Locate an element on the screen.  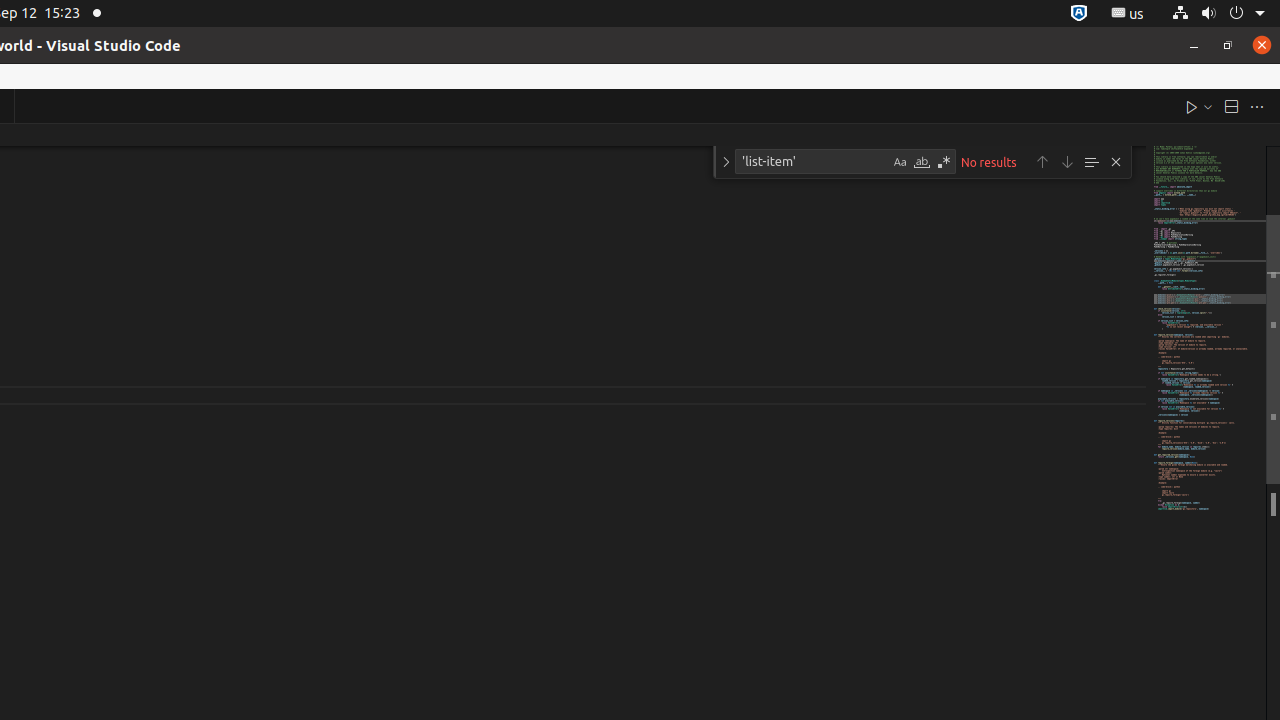
'Find in Selection (Alt+L)' is located at coordinates (1089, 160).